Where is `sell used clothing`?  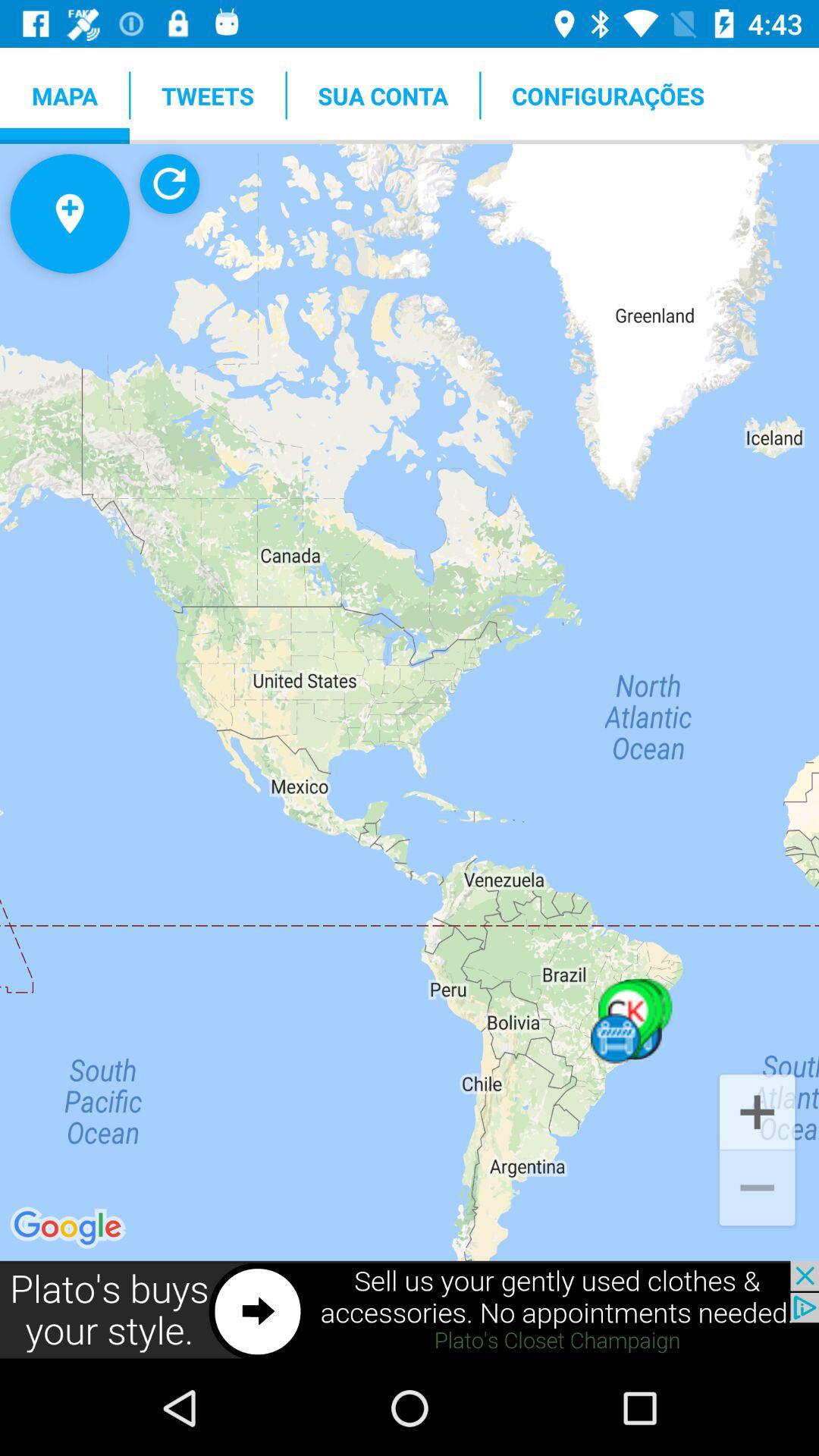 sell used clothing is located at coordinates (409, 1310).